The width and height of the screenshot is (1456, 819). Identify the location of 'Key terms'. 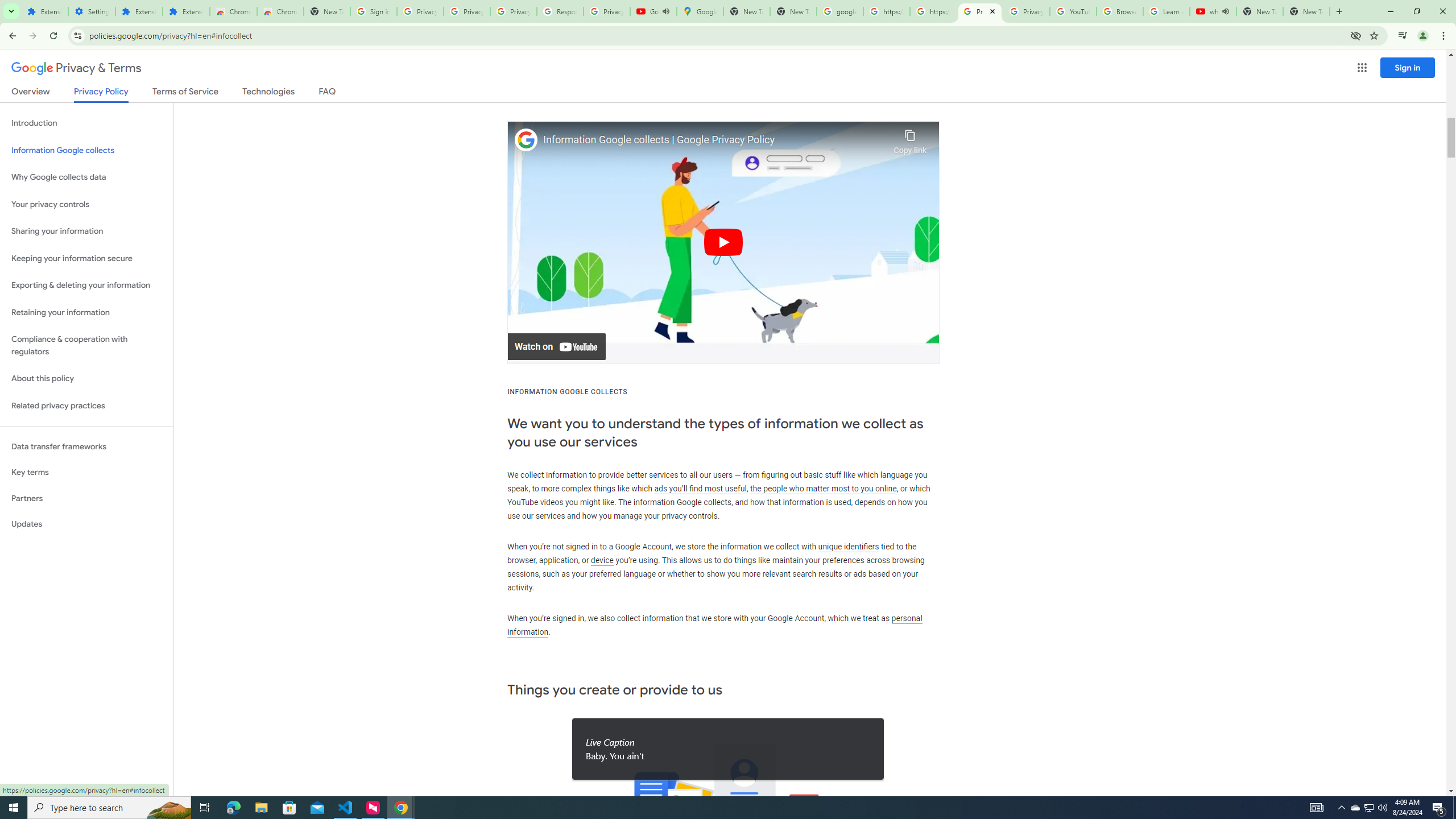
(86, 472).